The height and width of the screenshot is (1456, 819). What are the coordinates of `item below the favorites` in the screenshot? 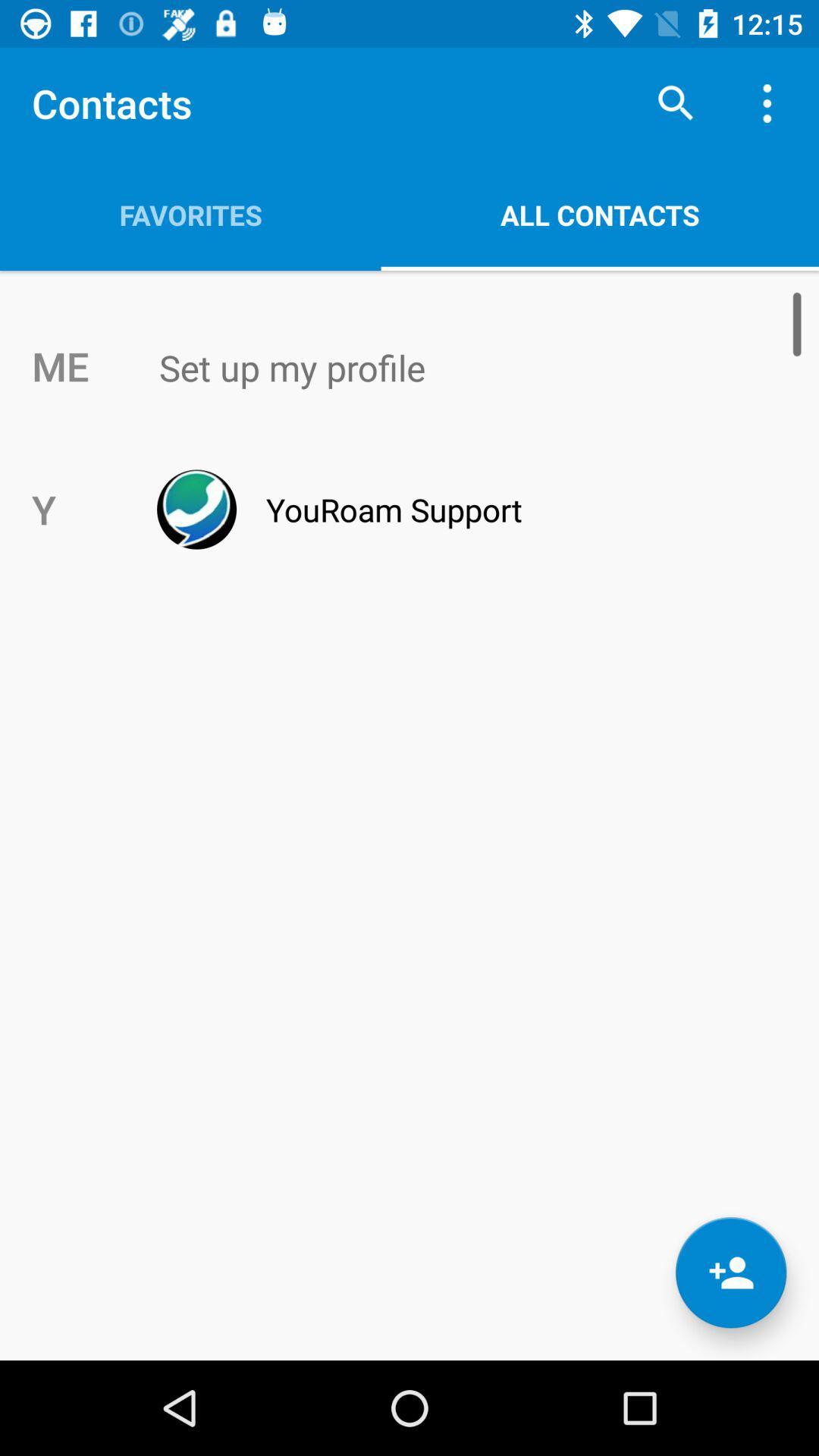 It's located at (441, 368).